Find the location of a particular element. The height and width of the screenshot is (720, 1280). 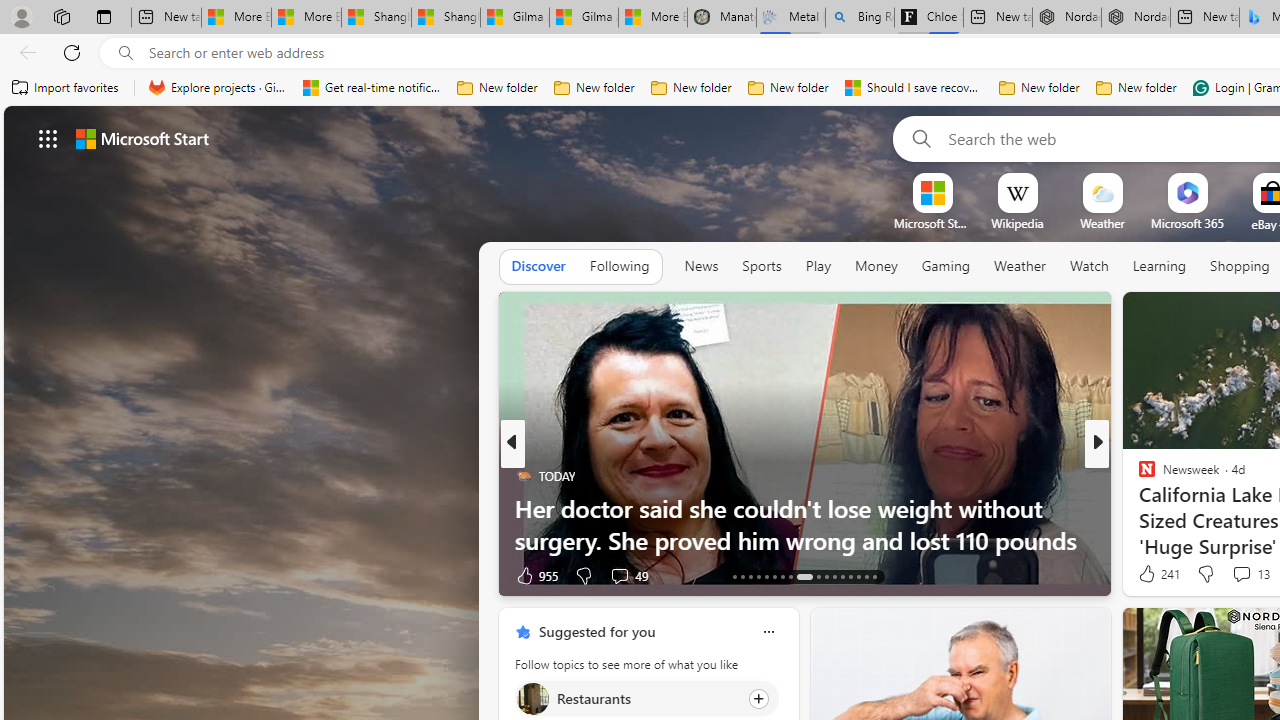

'Microsoft 365' is located at coordinates (1187, 223).